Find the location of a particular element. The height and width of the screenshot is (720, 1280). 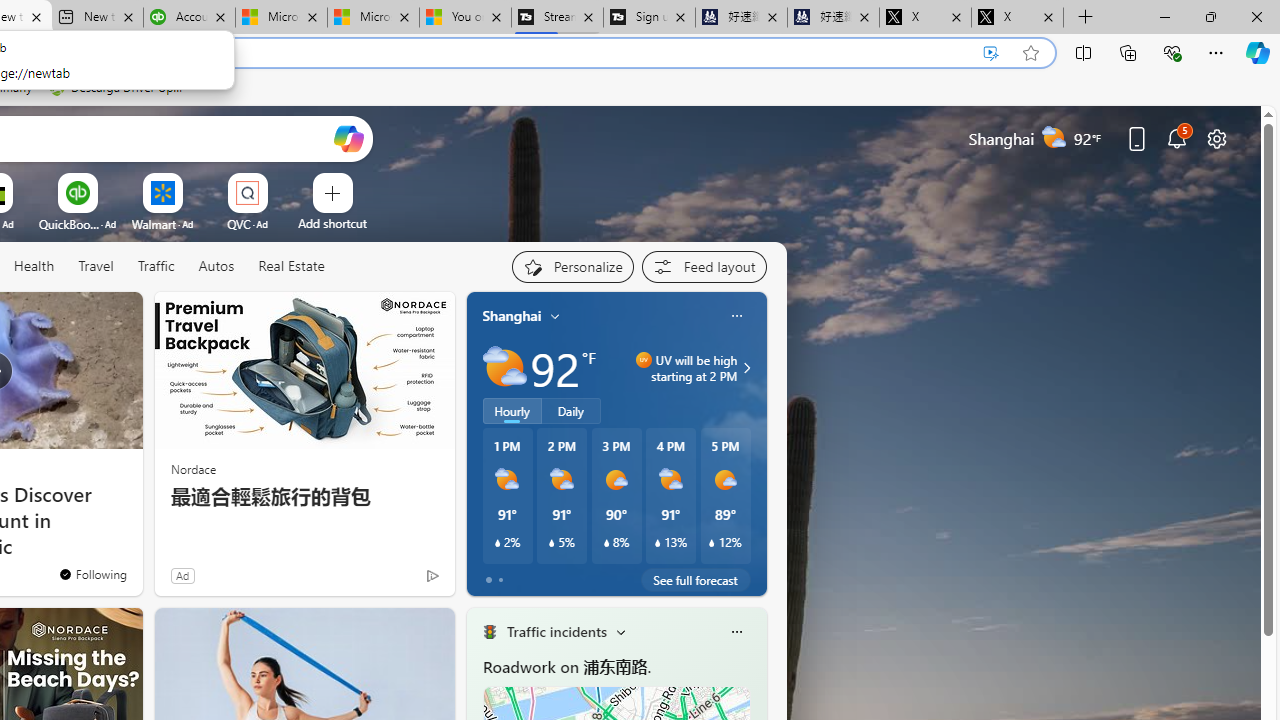

'Page settings' is located at coordinates (1215, 137).